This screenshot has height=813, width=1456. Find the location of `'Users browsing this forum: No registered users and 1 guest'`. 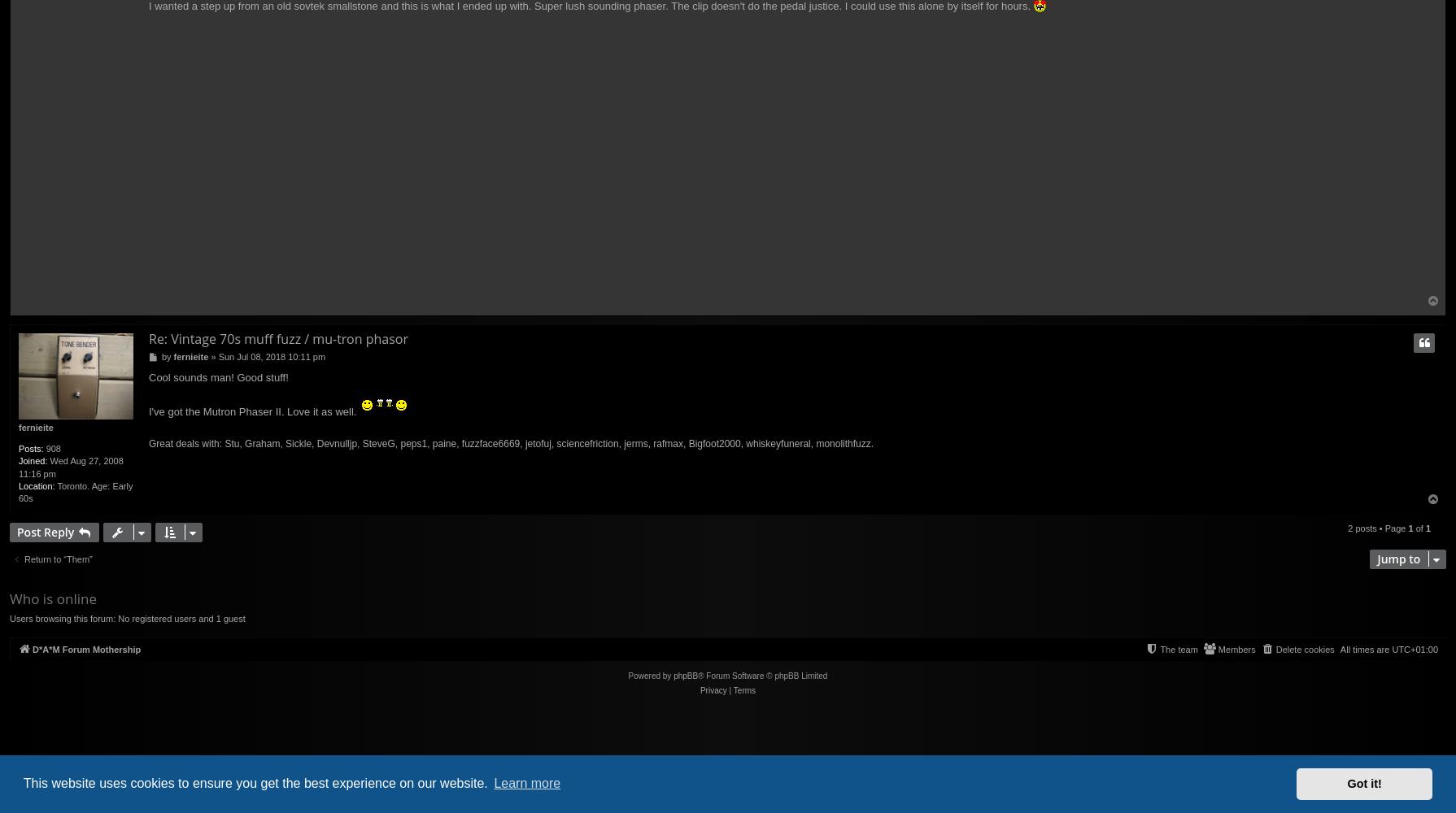

'Users browsing this forum: No registered users and 1 guest' is located at coordinates (127, 618).